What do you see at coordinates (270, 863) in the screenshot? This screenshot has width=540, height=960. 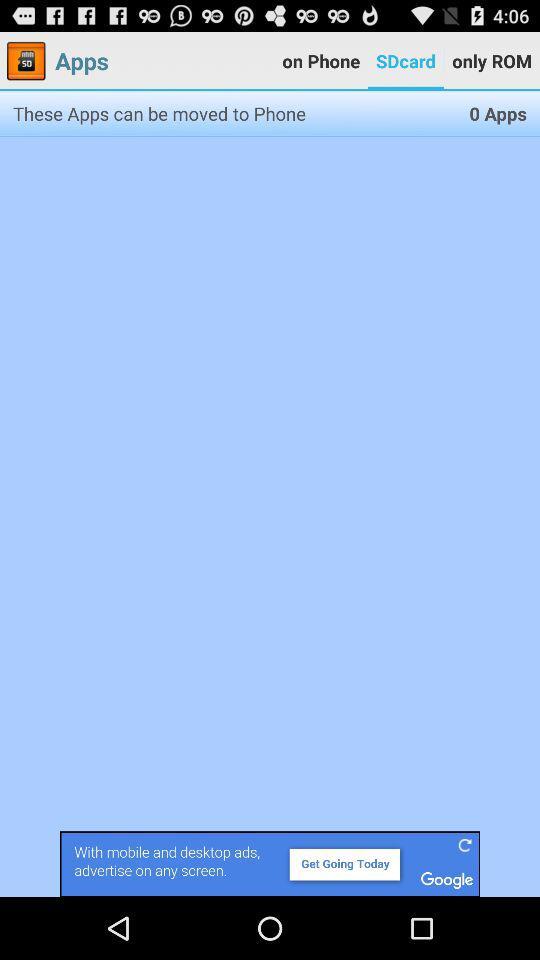 I see `click advertisement` at bounding box center [270, 863].